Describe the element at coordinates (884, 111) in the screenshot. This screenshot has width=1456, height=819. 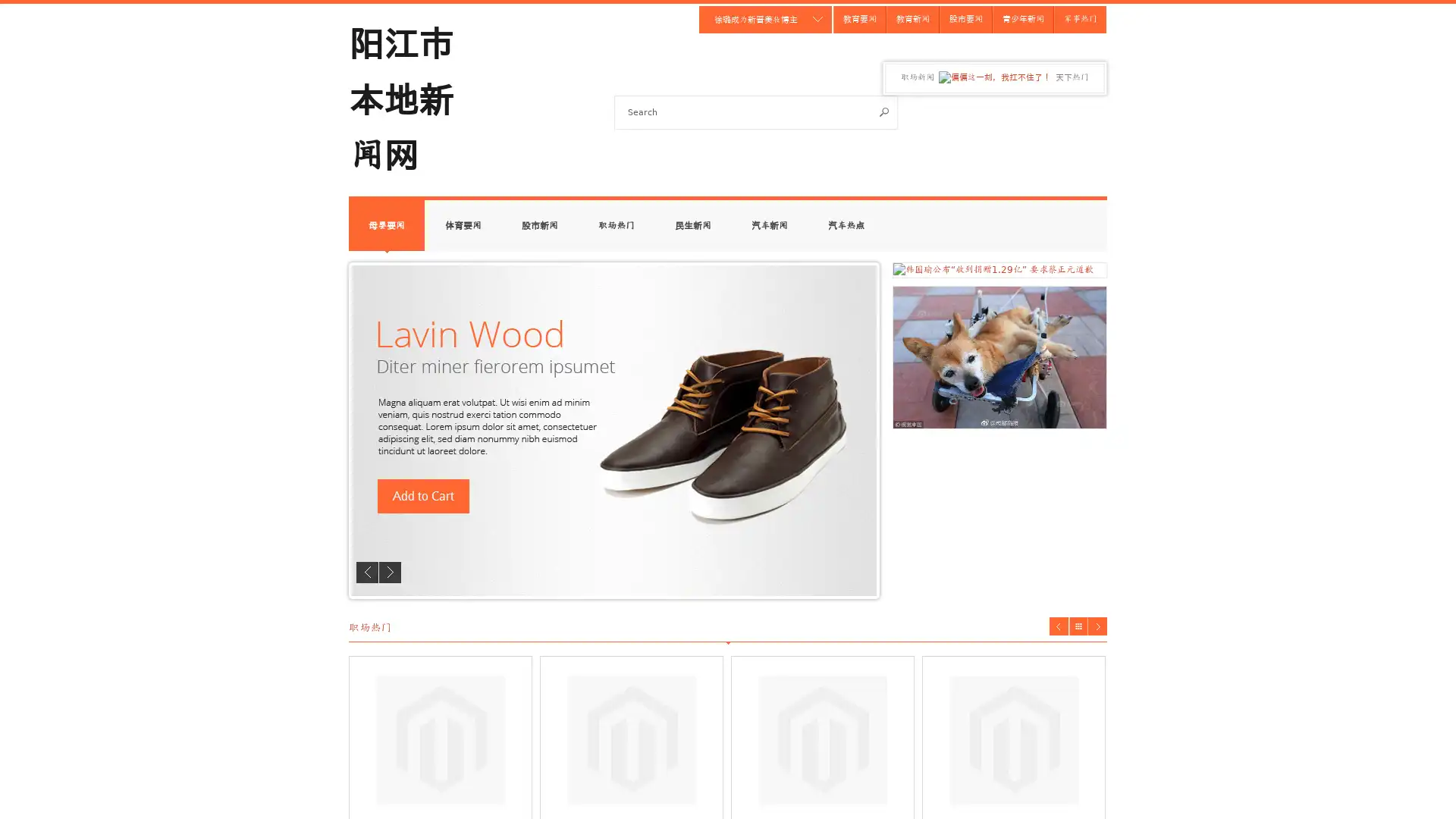
I see `Search` at that location.